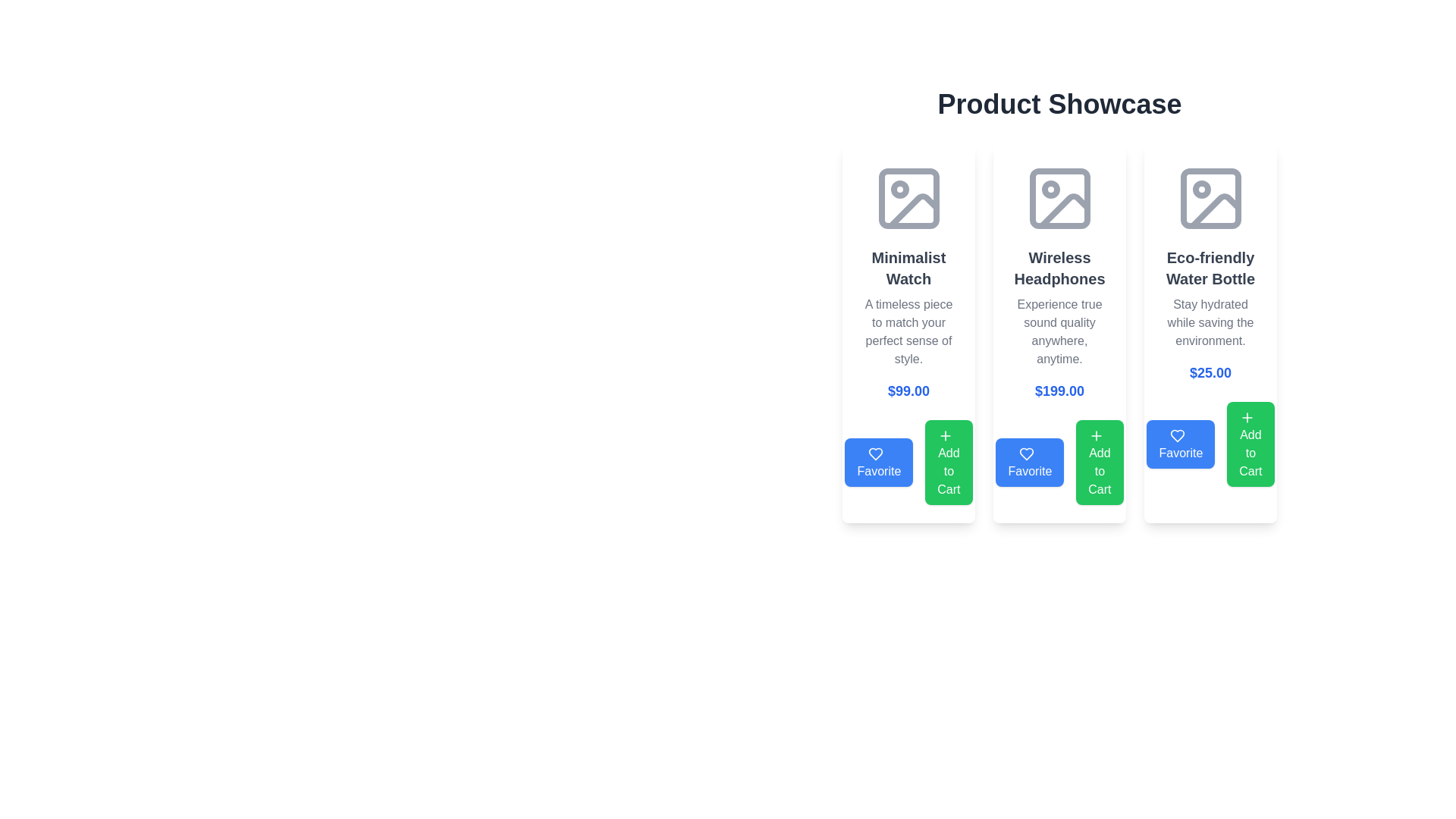 The image size is (1456, 819). Describe the element at coordinates (1210, 268) in the screenshot. I see `the text label displaying 'Eco-friendly Water Bottle', which is styled in a large, bold font and positioned near the top of the third product panel from the left` at that location.